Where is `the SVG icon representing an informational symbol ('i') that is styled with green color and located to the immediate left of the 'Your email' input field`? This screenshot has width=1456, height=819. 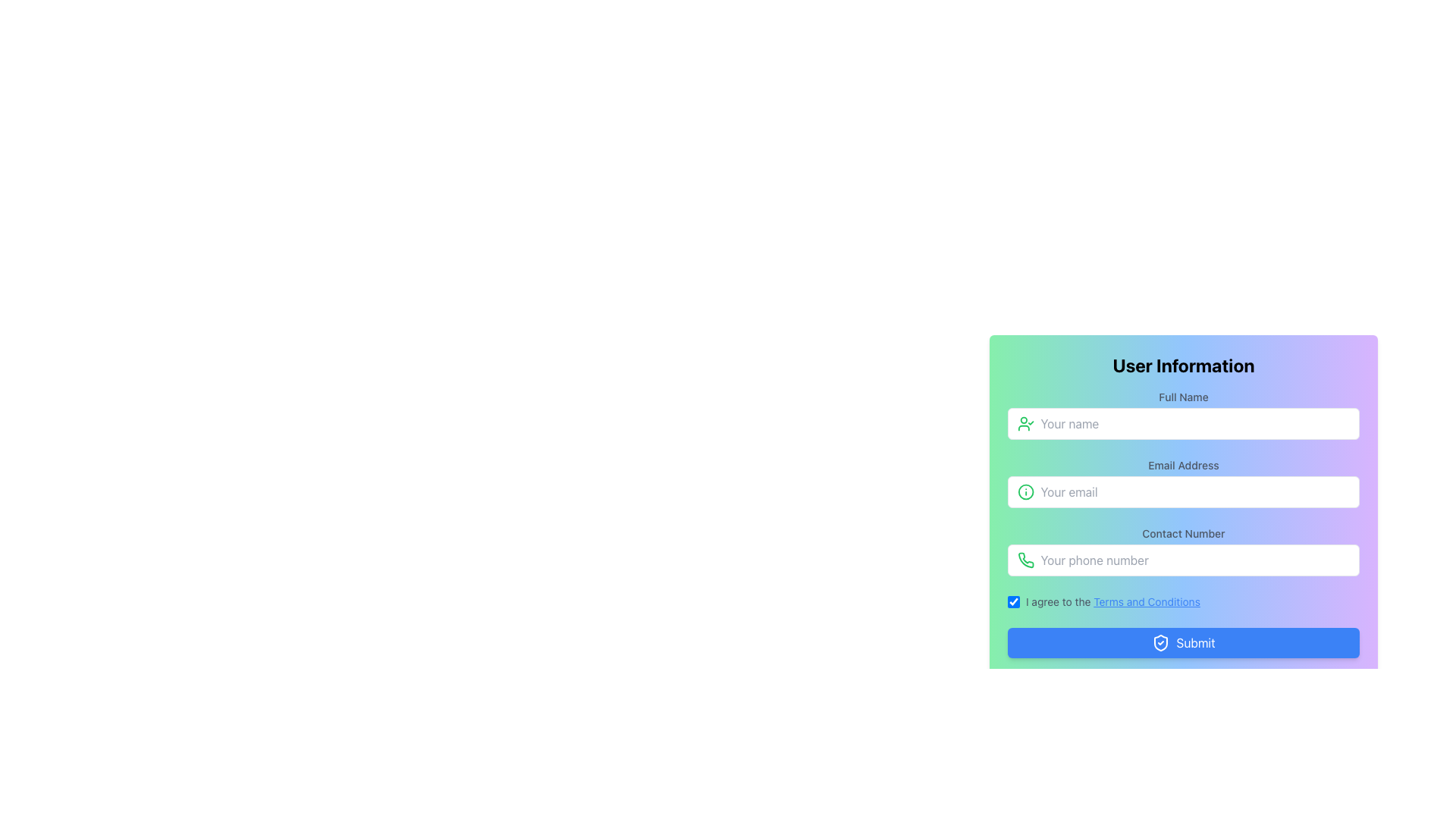 the SVG icon representing an informational symbol ('i') that is styled with green color and located to the immediate left of the 'Your email' input field is located at coordinates (1026, 491).